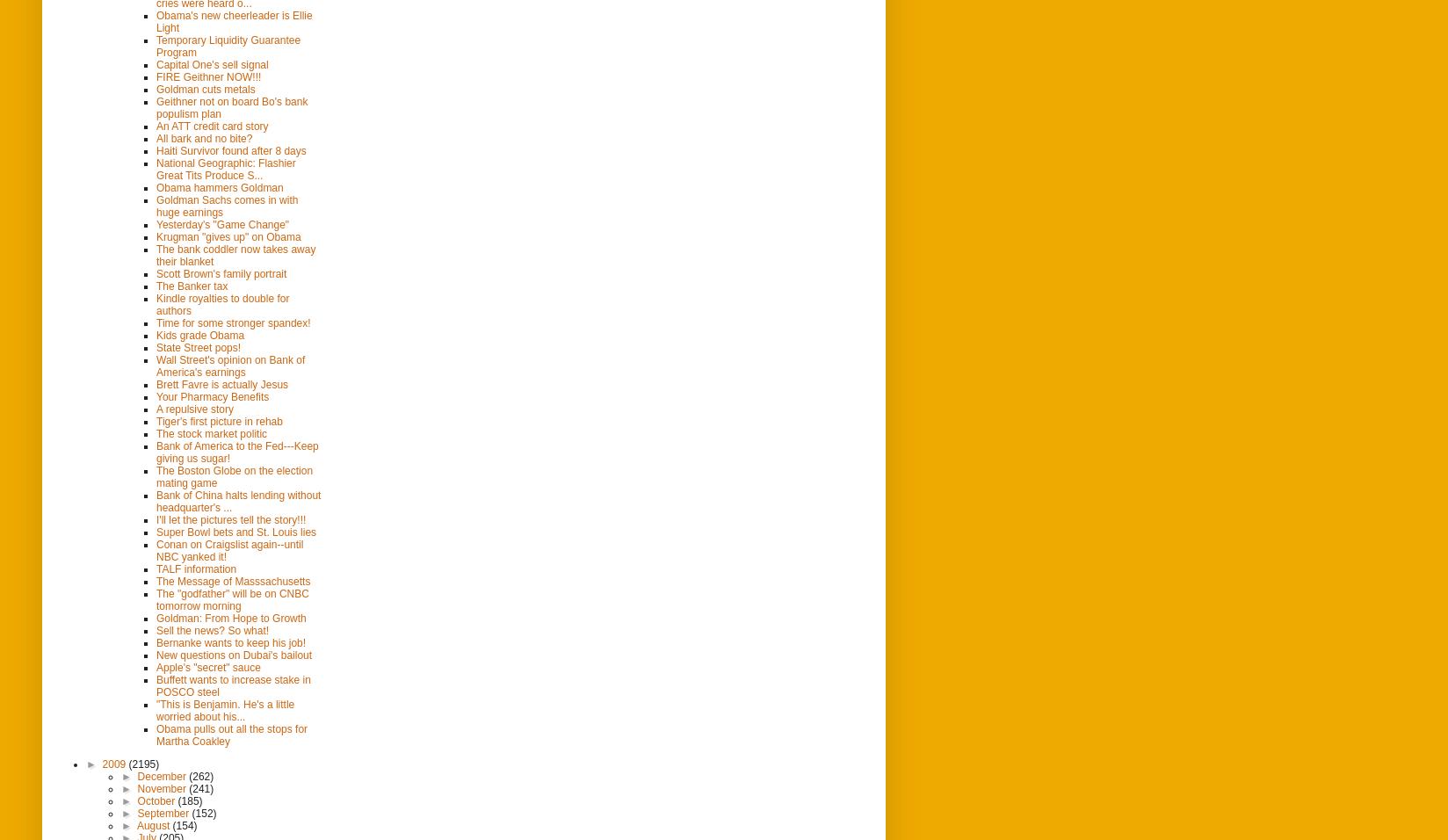 The width and height of the screenshot is (1448, 840). What do you see at coordinates (224, 709) in the screenshot?
I see `'"This is Benjamin. He's a little worried about his...'` at bounding box center [224, 709].